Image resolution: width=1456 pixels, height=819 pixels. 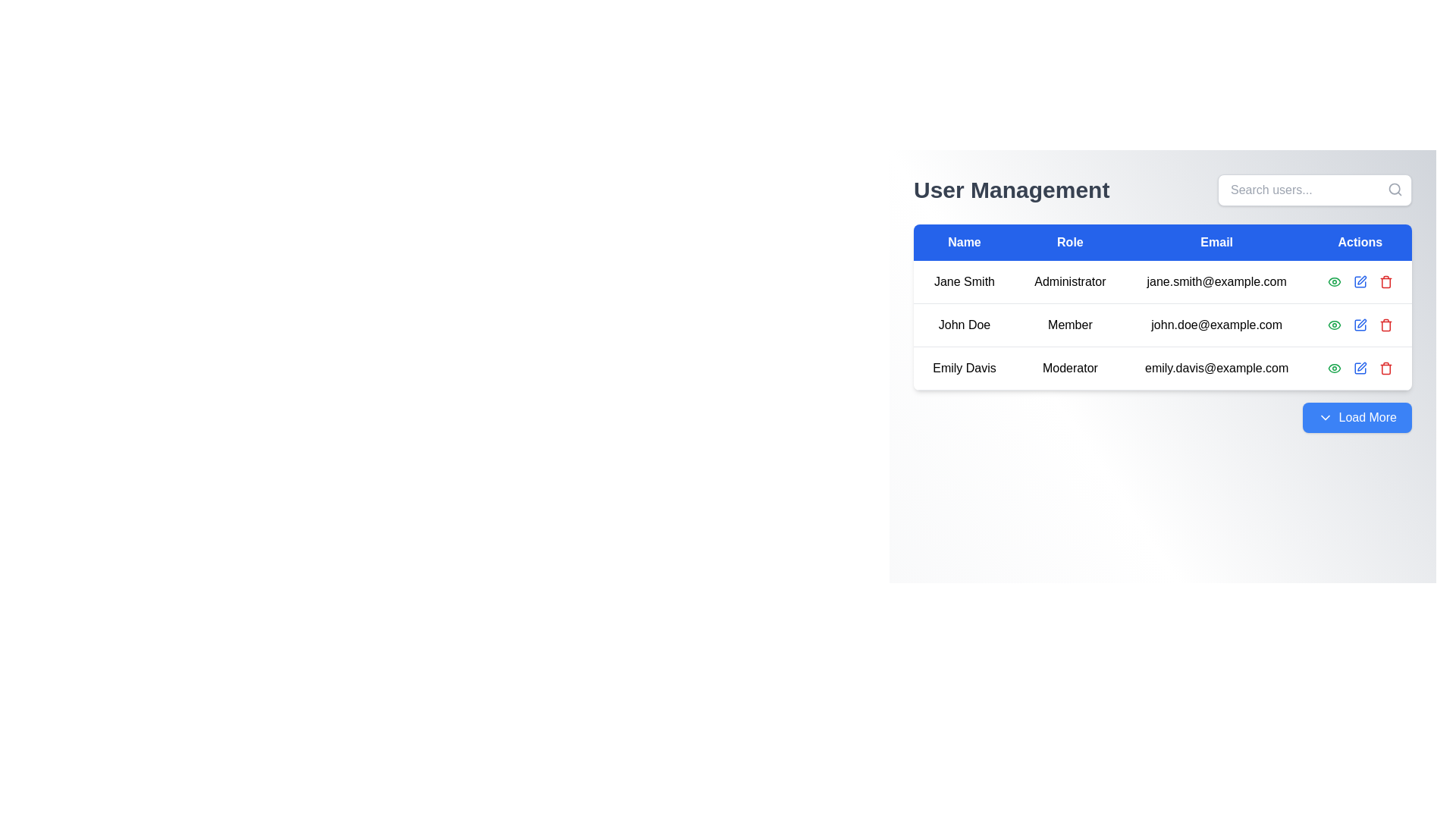 What do you see at coordinates (1069, 242) in the screenshot?
I see `the Table Header Cell displaying 'Role'` at bounding box center [1069, 242].